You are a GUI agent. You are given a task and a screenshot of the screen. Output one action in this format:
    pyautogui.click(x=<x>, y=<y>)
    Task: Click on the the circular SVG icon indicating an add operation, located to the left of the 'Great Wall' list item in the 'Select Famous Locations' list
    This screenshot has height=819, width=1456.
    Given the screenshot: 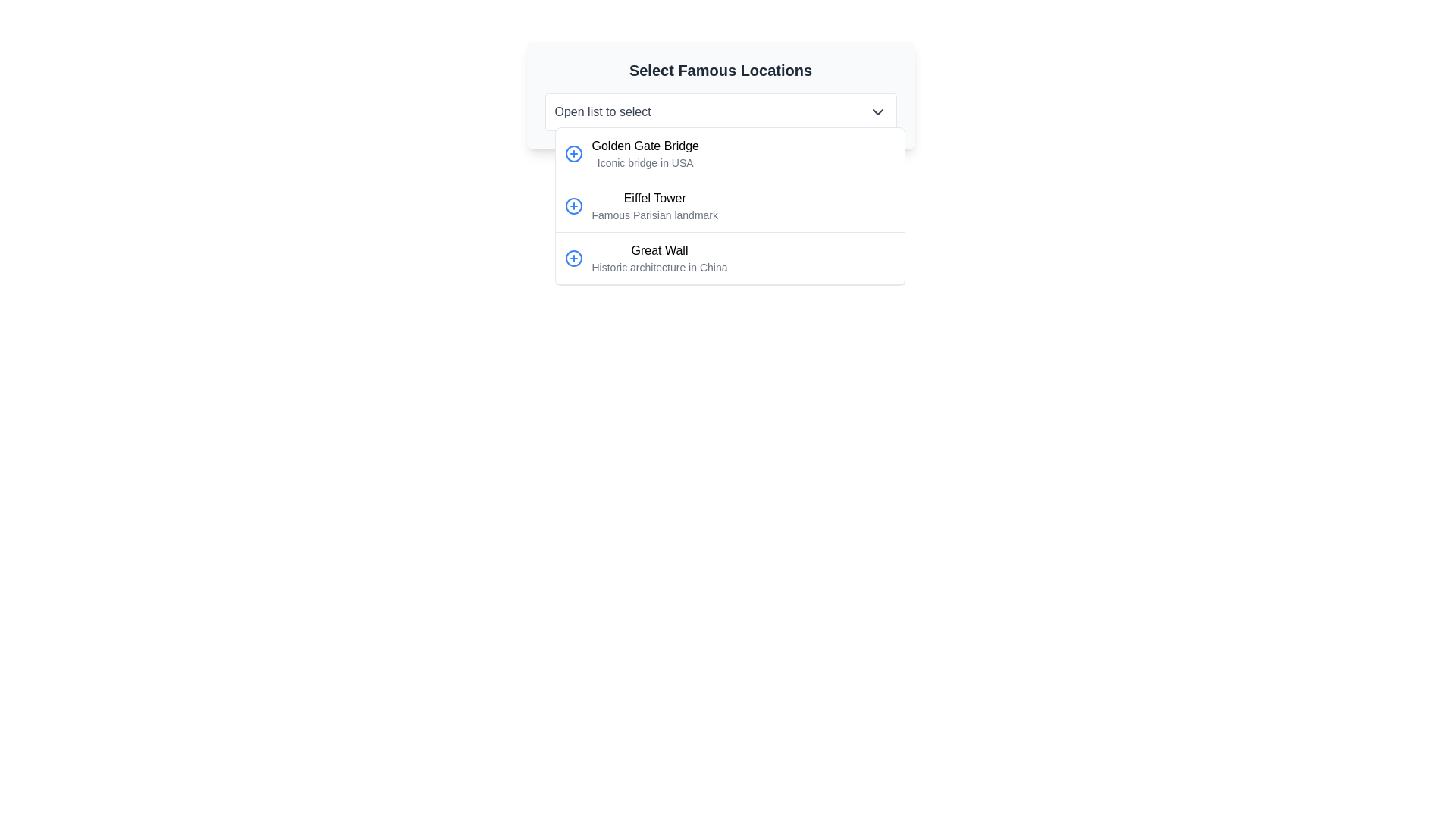 What is the action you would take?
    pyautogui.click(x=573, y=257)
    